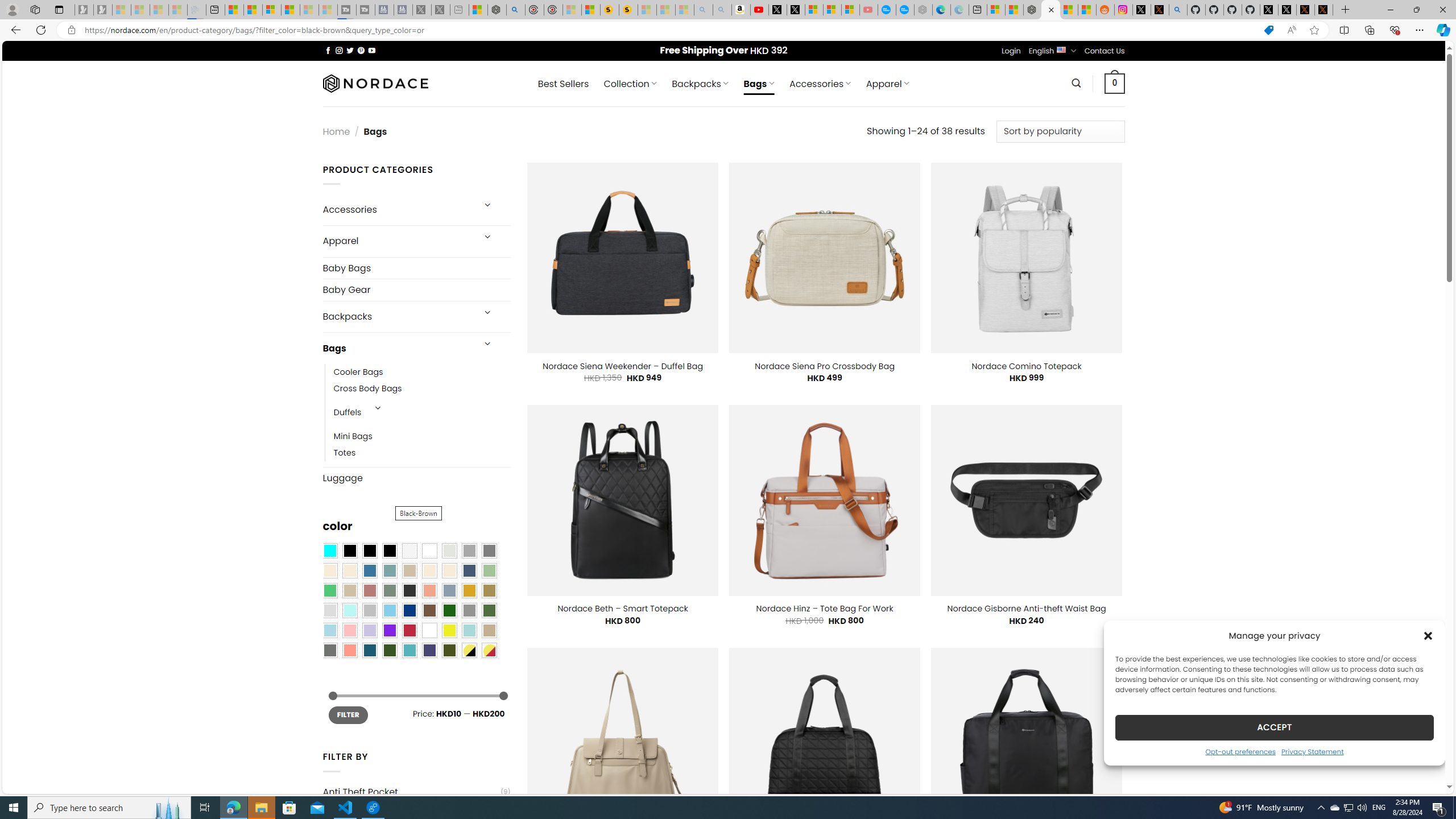 This screenshot has width=1456, height=819. I want to click on 'Caramel', so click(429, 570).